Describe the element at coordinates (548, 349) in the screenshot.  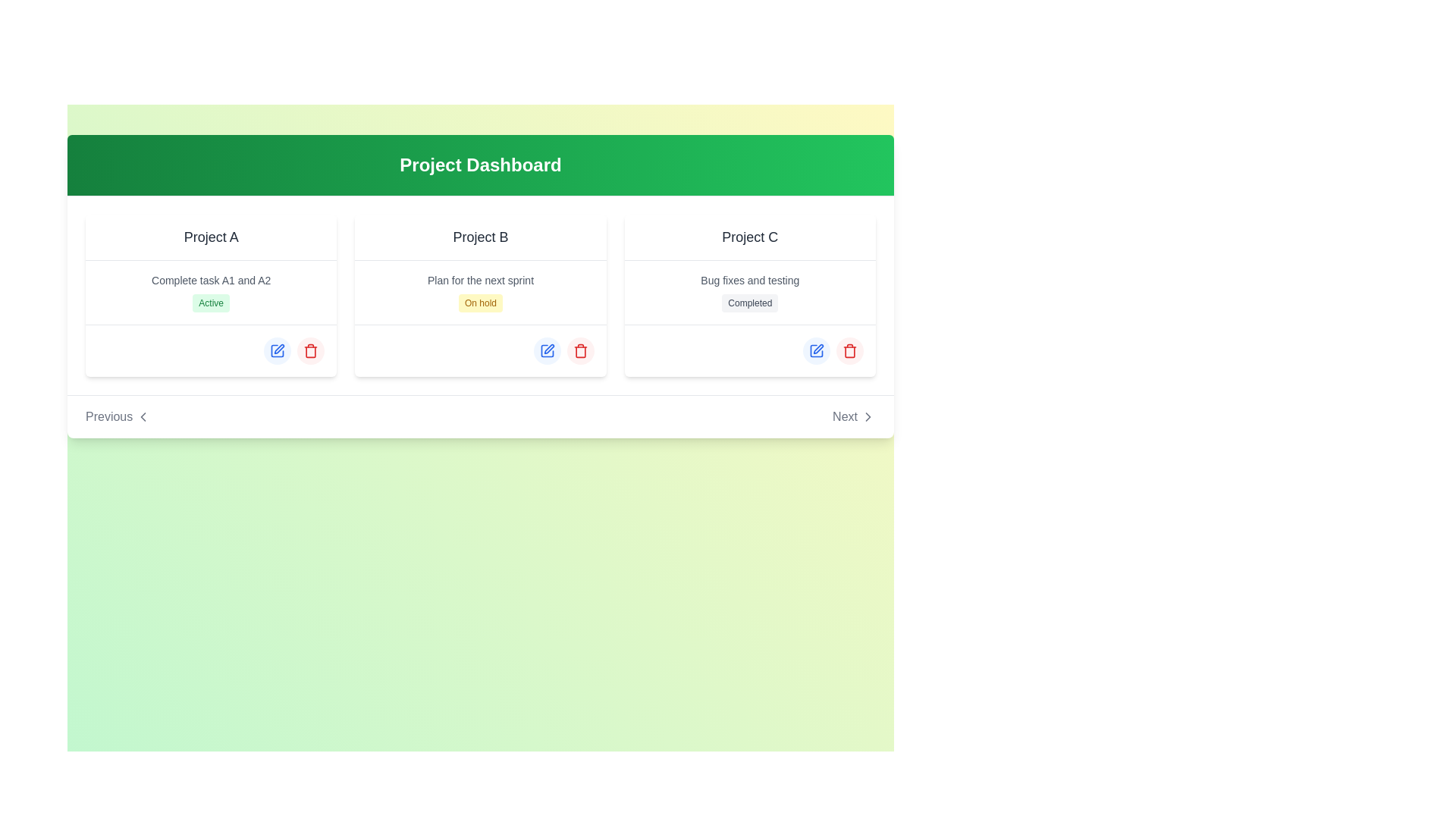
I see `the blue pen tool icon located in the bottom right corner of the 'Project B' card` at that location.